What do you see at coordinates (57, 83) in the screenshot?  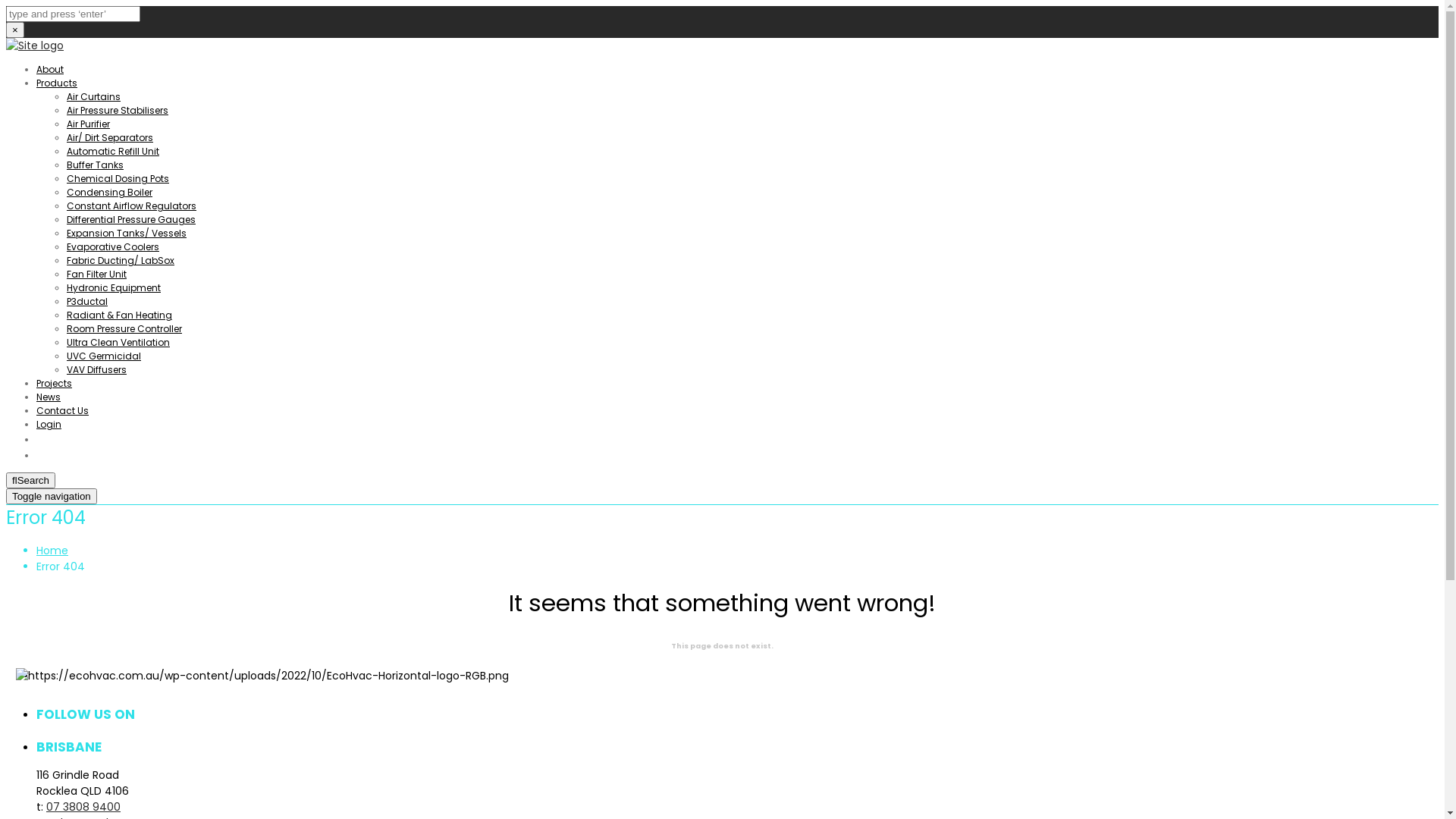 I see `'Products'` at bounding box center [57, 83].